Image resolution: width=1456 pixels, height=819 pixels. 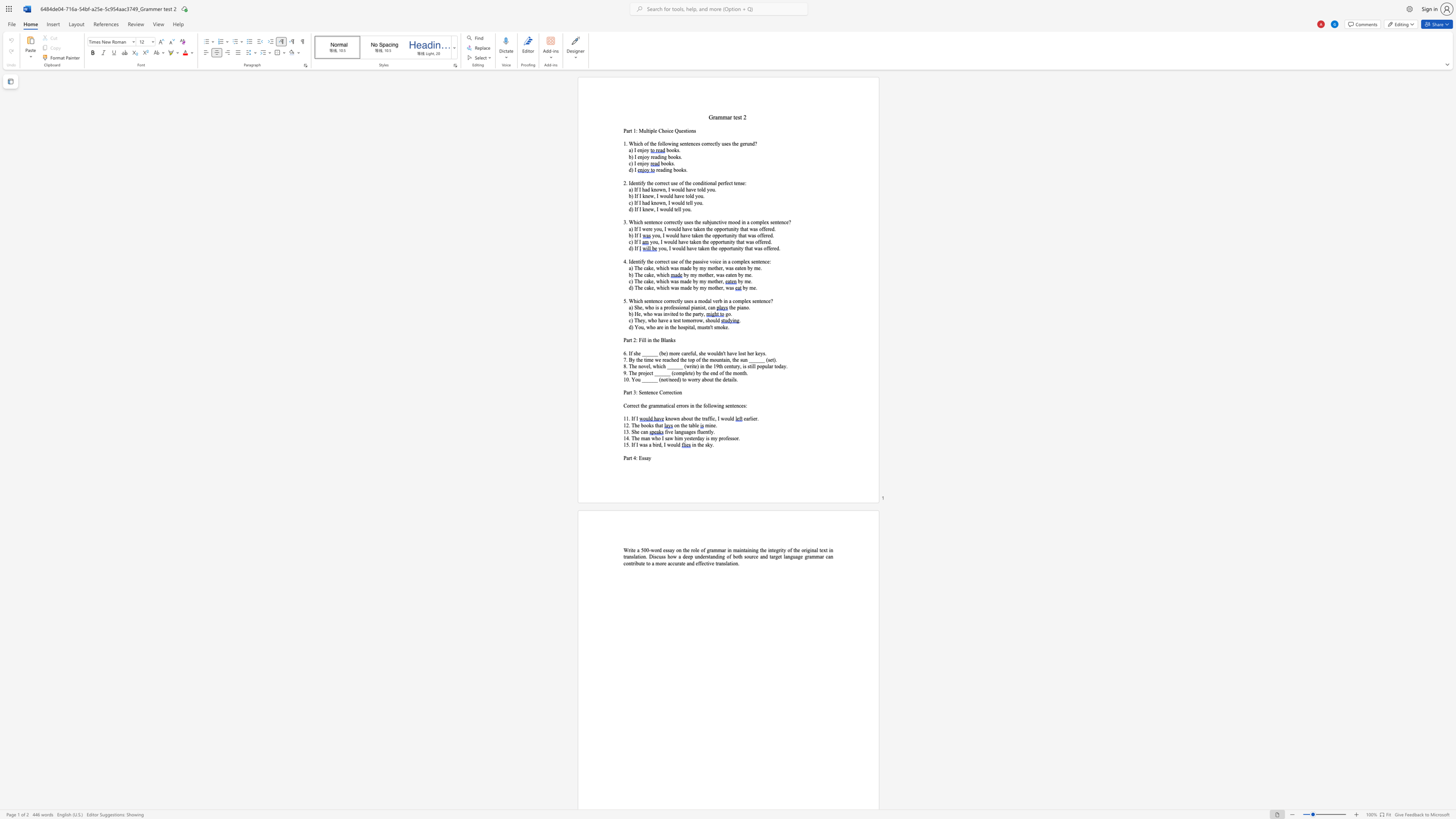 What do you see at coordinates (645, 150) in the screenshot?
I see `the space between the continuous character "o" and "y" in the text` at bounding box center [645, 150].